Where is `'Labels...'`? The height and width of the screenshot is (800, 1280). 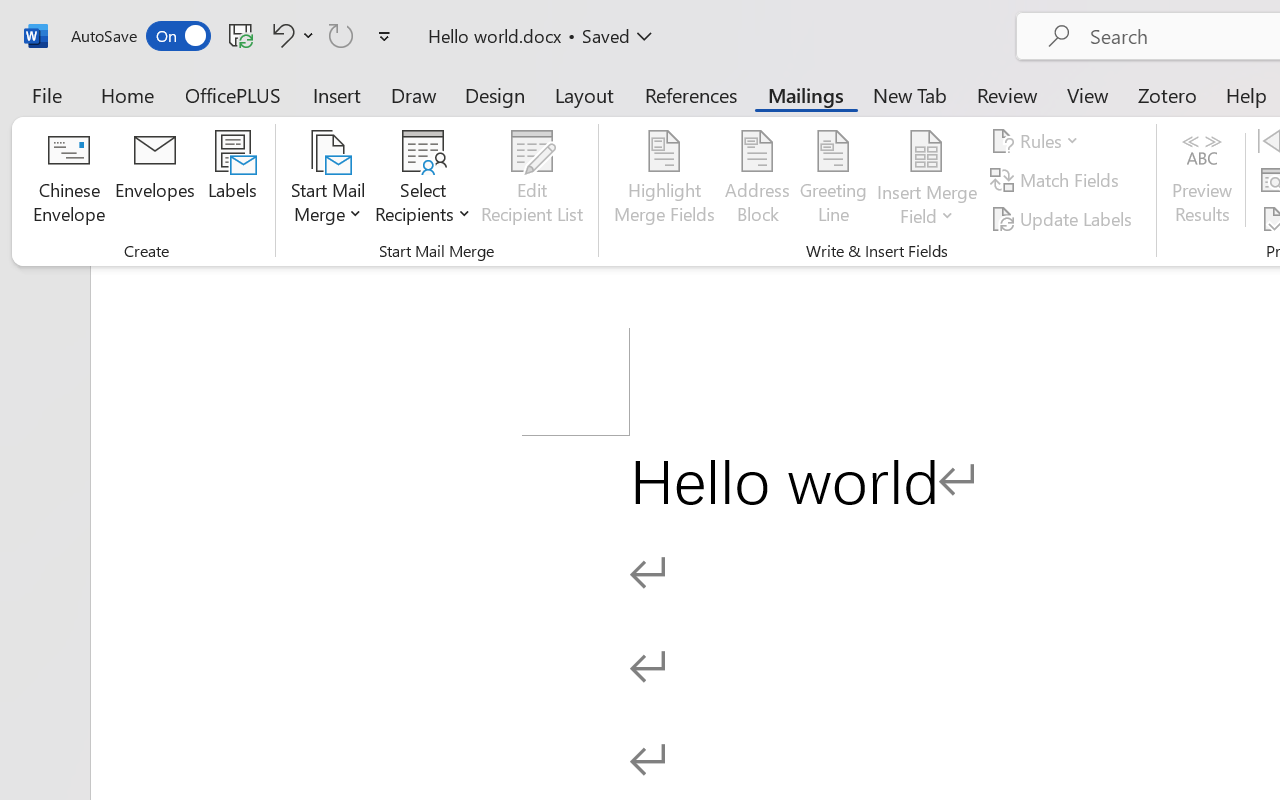
'Labels...' is located at coordinates (232, 179).